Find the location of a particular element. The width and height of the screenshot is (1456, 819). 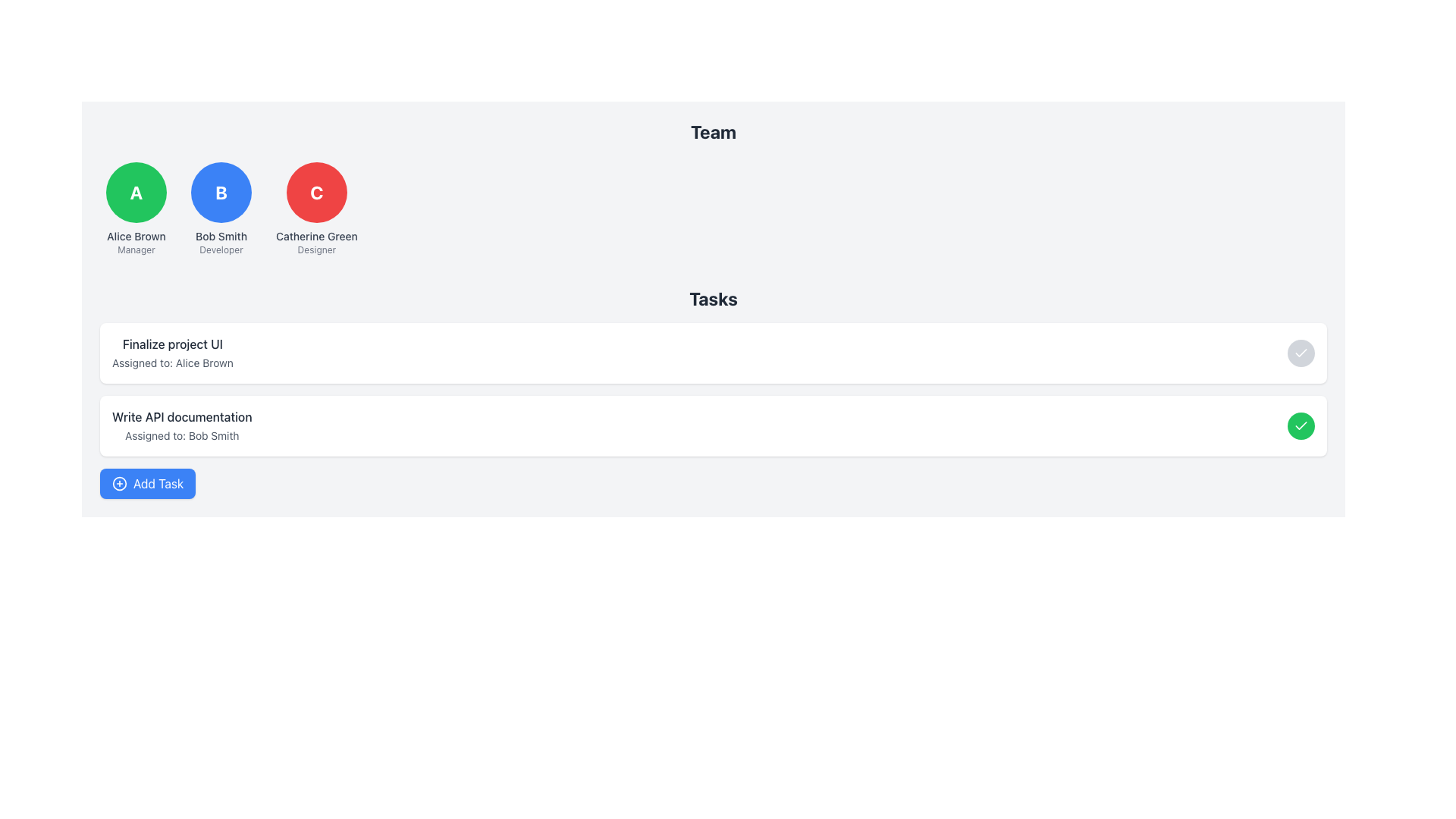

the confirmation button located to the far right of the task item labeled 'Write API documentation' to confirm or complete the task is located at coordinates (1301, 426).